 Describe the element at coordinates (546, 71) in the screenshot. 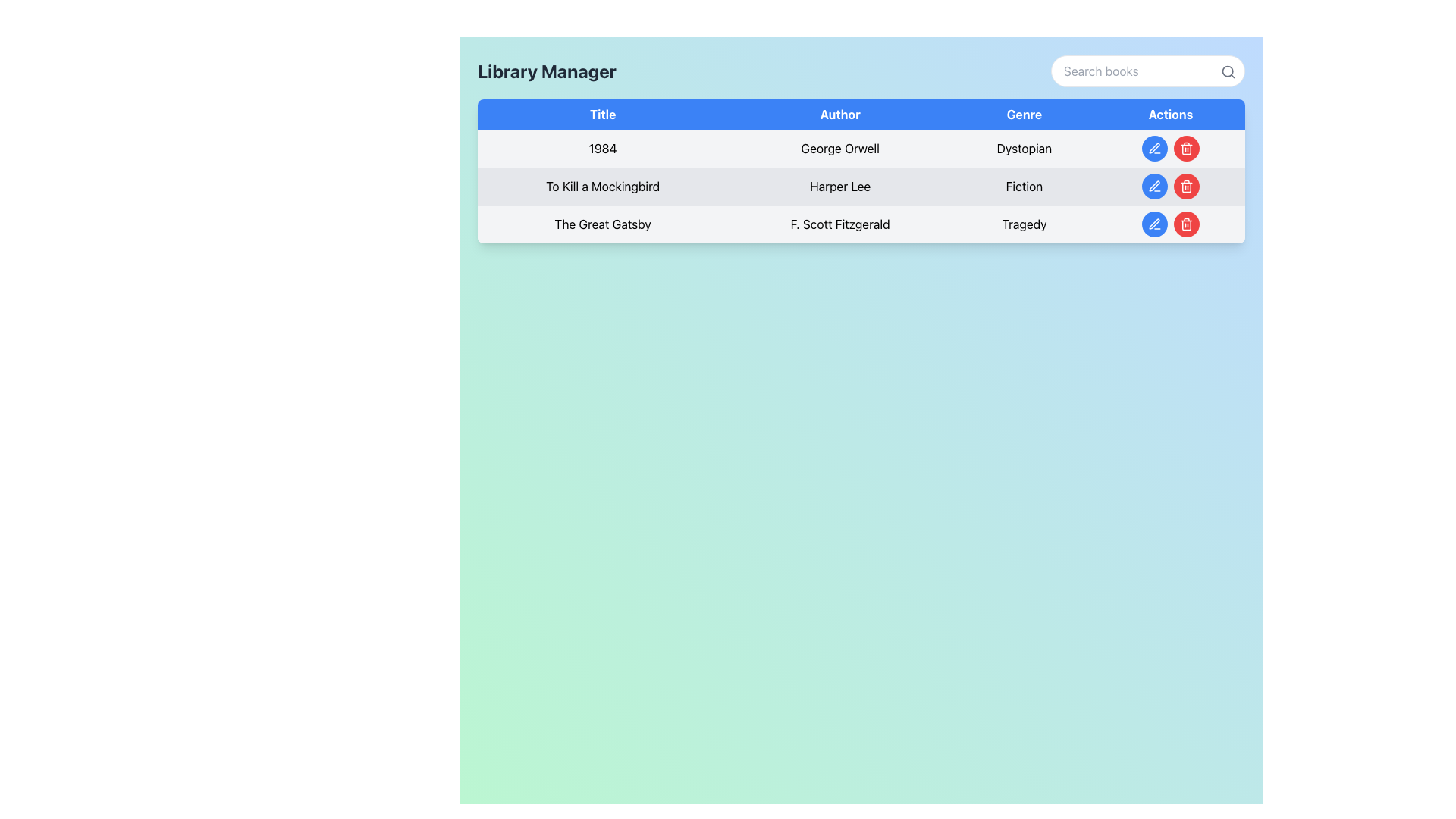

I see `the static text element that serves as the title indicating the purpose or functionality of the interface, located at the leftmost side of the header section` at that location.